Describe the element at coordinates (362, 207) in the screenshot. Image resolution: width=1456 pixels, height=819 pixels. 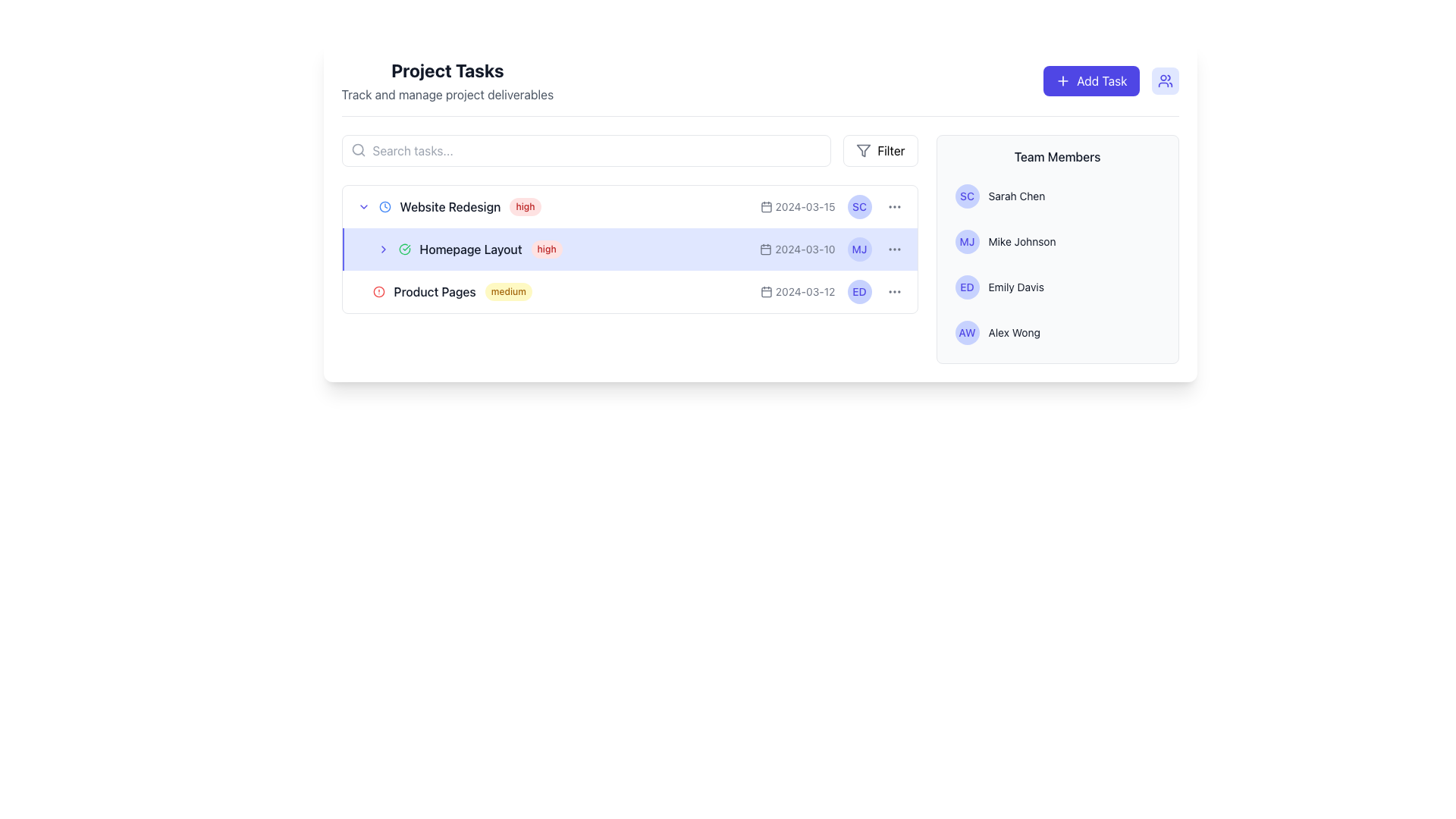
I see `the Interactive chevron icon located in the left portion of the 'Homepage Layout' row` at that location.